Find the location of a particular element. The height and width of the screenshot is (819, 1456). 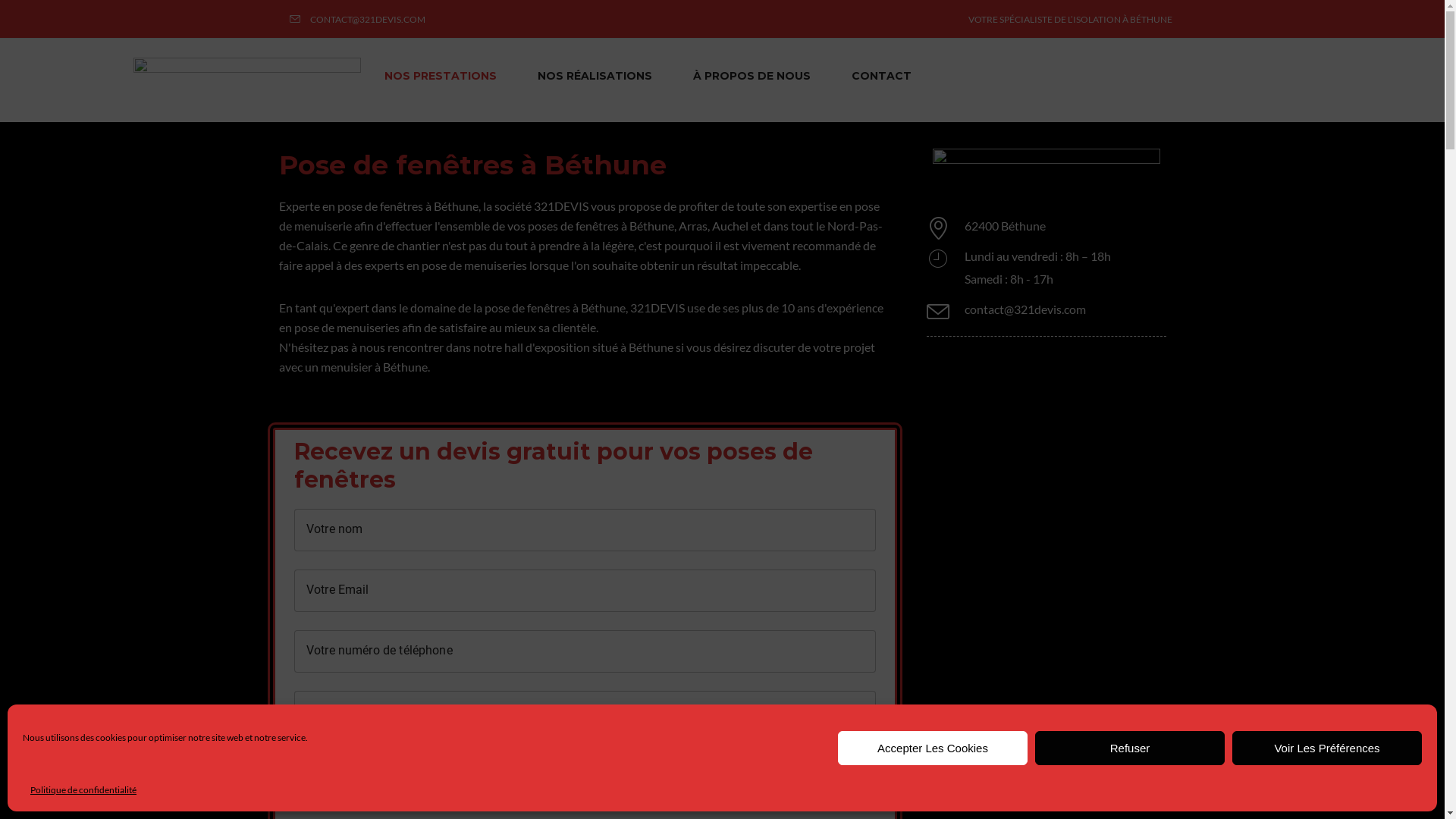

'Accepter Les Cookies' is located at coordinates (931, 747).